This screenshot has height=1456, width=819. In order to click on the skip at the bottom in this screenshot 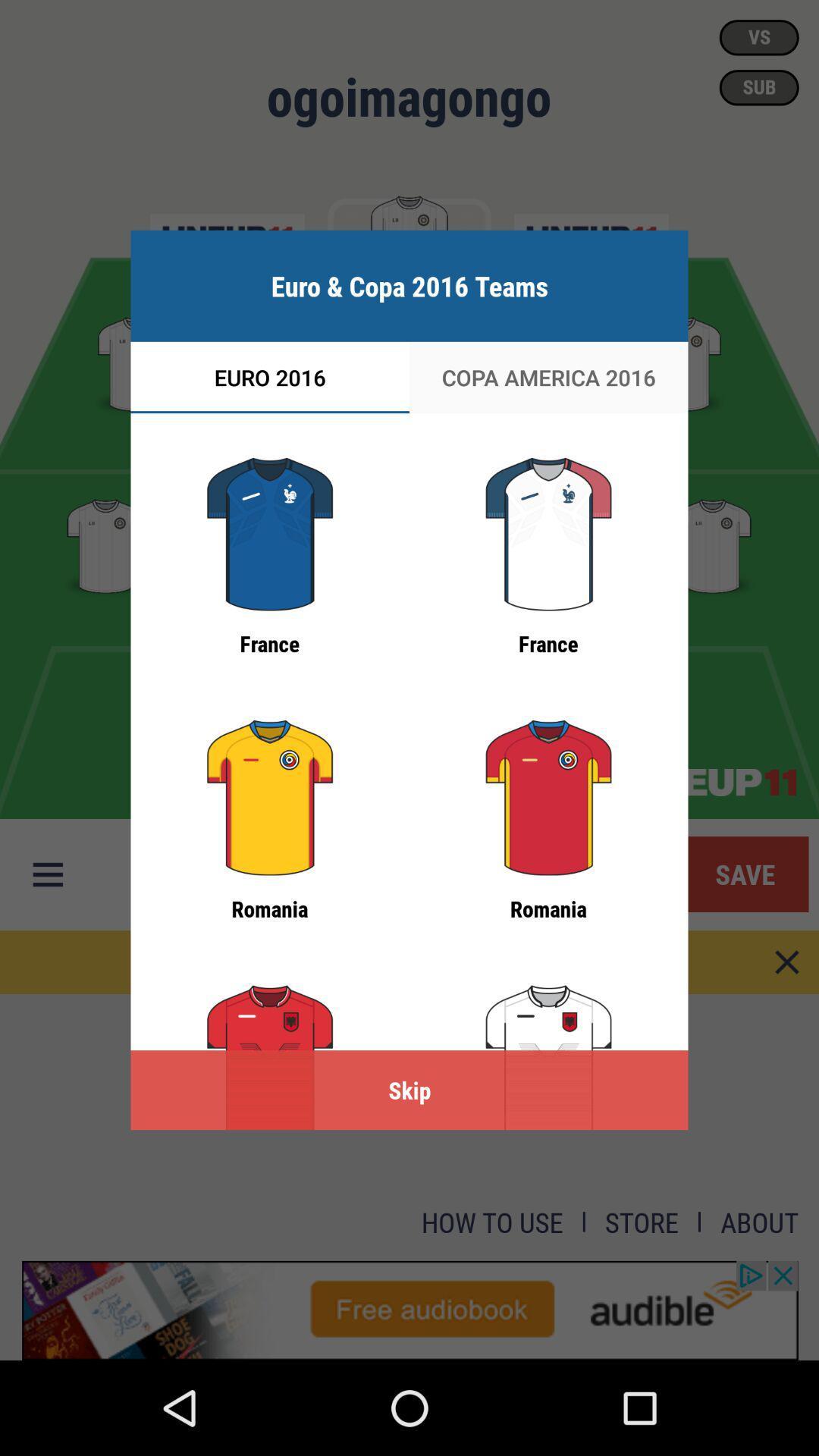, I will do `click(409, 1089)`.